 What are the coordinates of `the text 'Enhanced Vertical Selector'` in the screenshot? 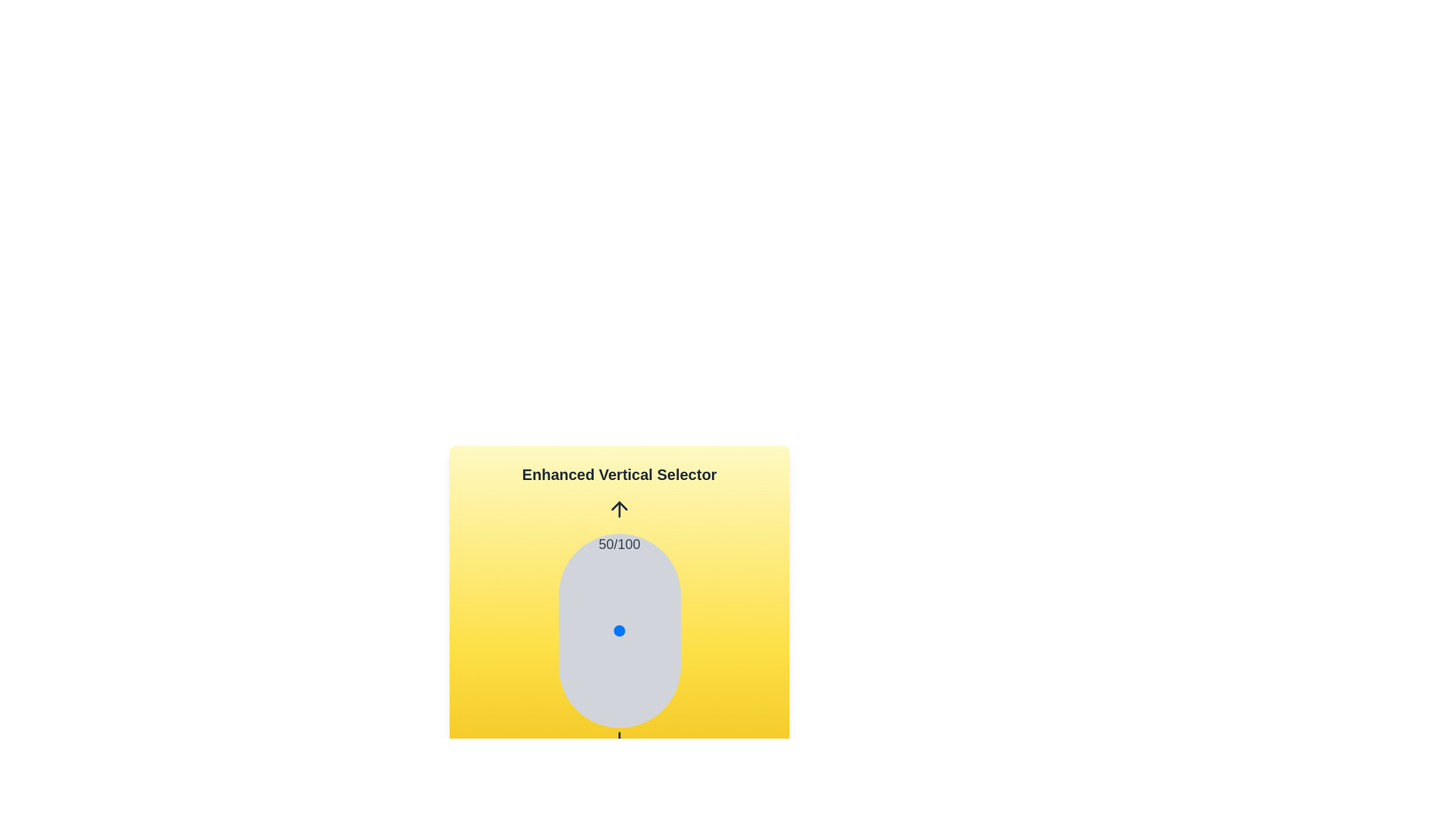 It's located at (619, 473).